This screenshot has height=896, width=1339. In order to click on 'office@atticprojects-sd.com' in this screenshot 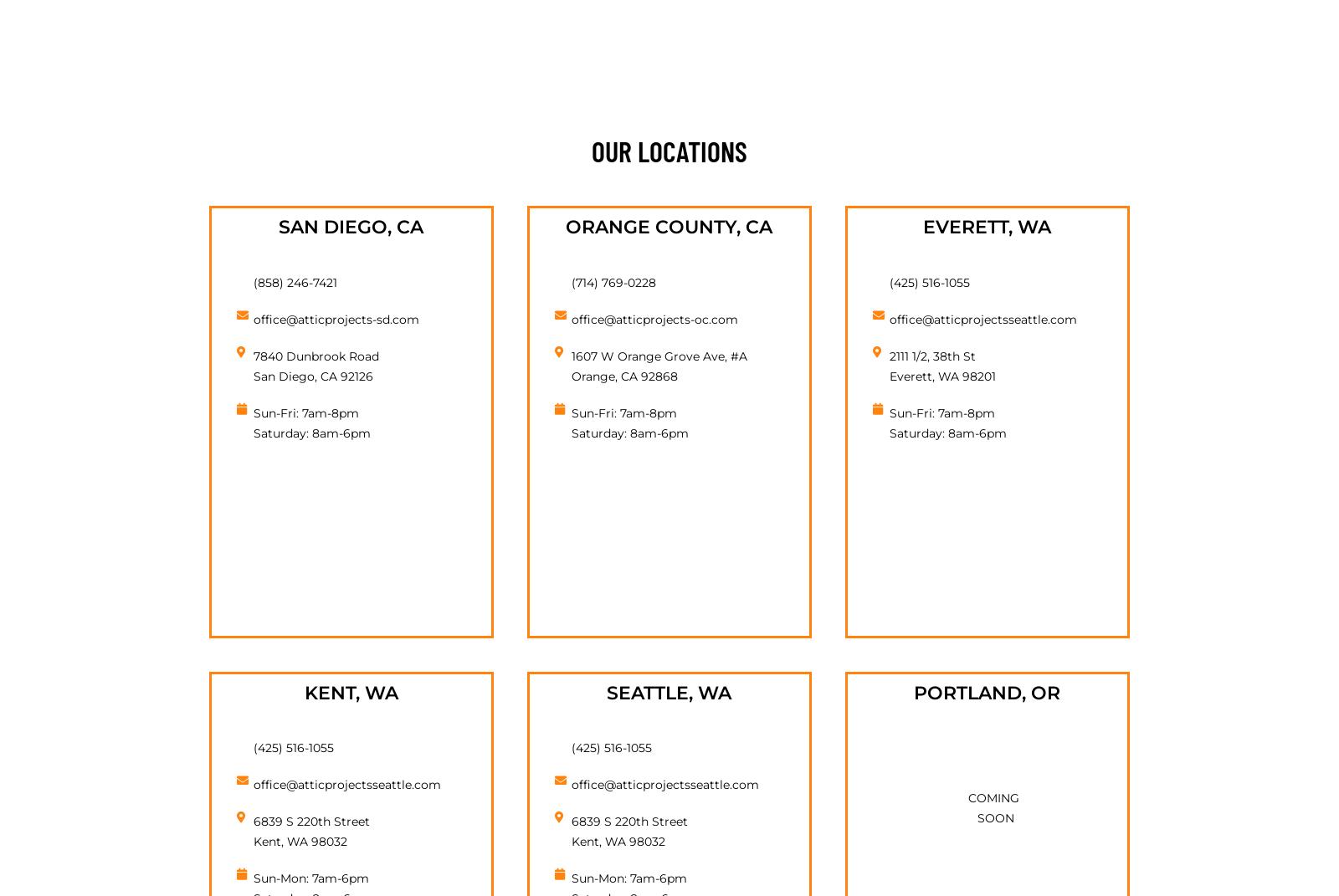, I will do `click(335, 317)`.